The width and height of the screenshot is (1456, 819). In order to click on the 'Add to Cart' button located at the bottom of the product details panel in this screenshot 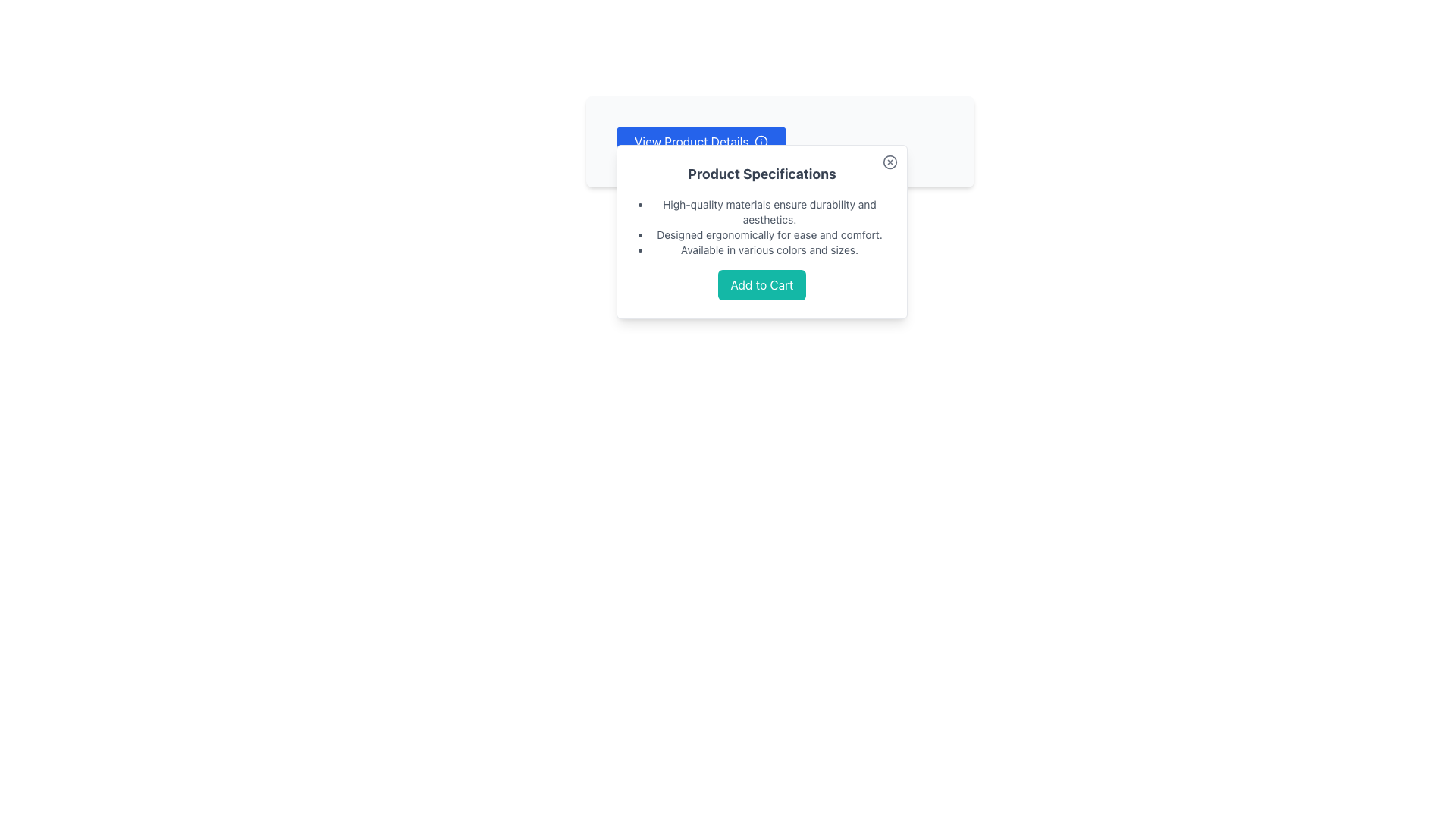, I will do `click(761, 284)`.